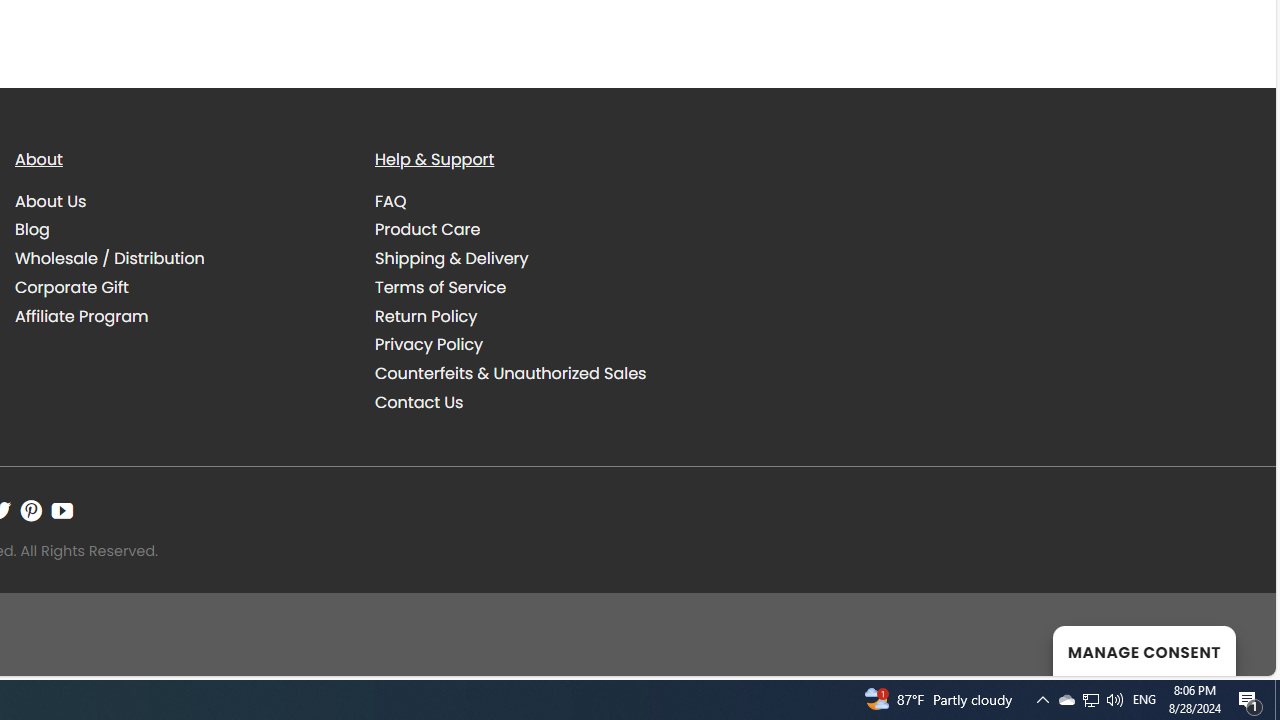 The width and height of the screenshot is (1280, 720). What do you see at coordinates (439, 286) in the screenshot?
I see `'Terms of Service'` at bounding box center [439, 286].